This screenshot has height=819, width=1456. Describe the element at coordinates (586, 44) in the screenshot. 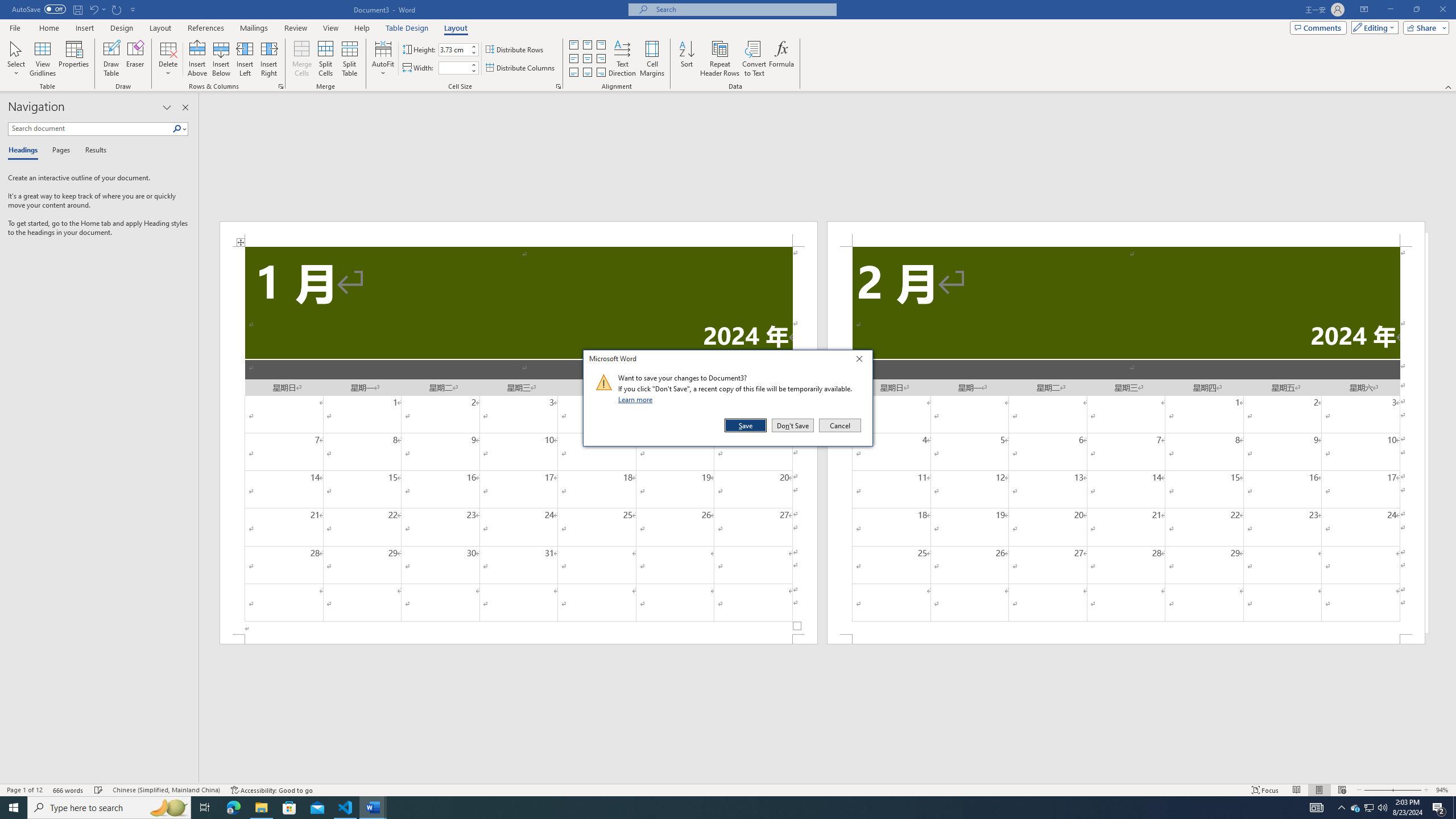

I see `'Align Top Center'` at that location.